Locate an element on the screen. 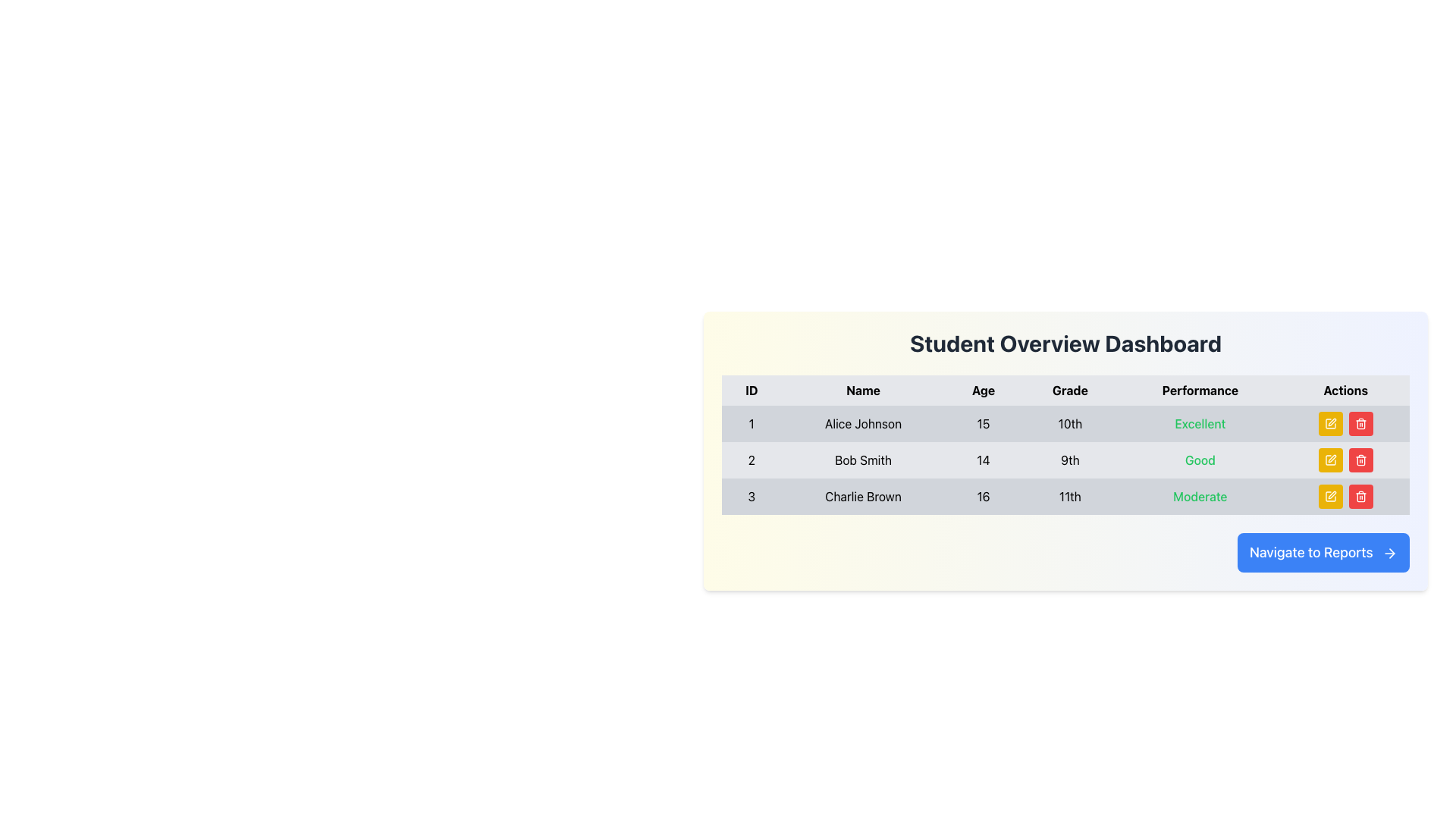 The width and height of the screenshot is (1456, 819). information provided in the first row of the 'Student Overview Dashboard' table, which includes details such as ID, Name, Age, Grade, and Performance is located at coordinates (1065, 424).